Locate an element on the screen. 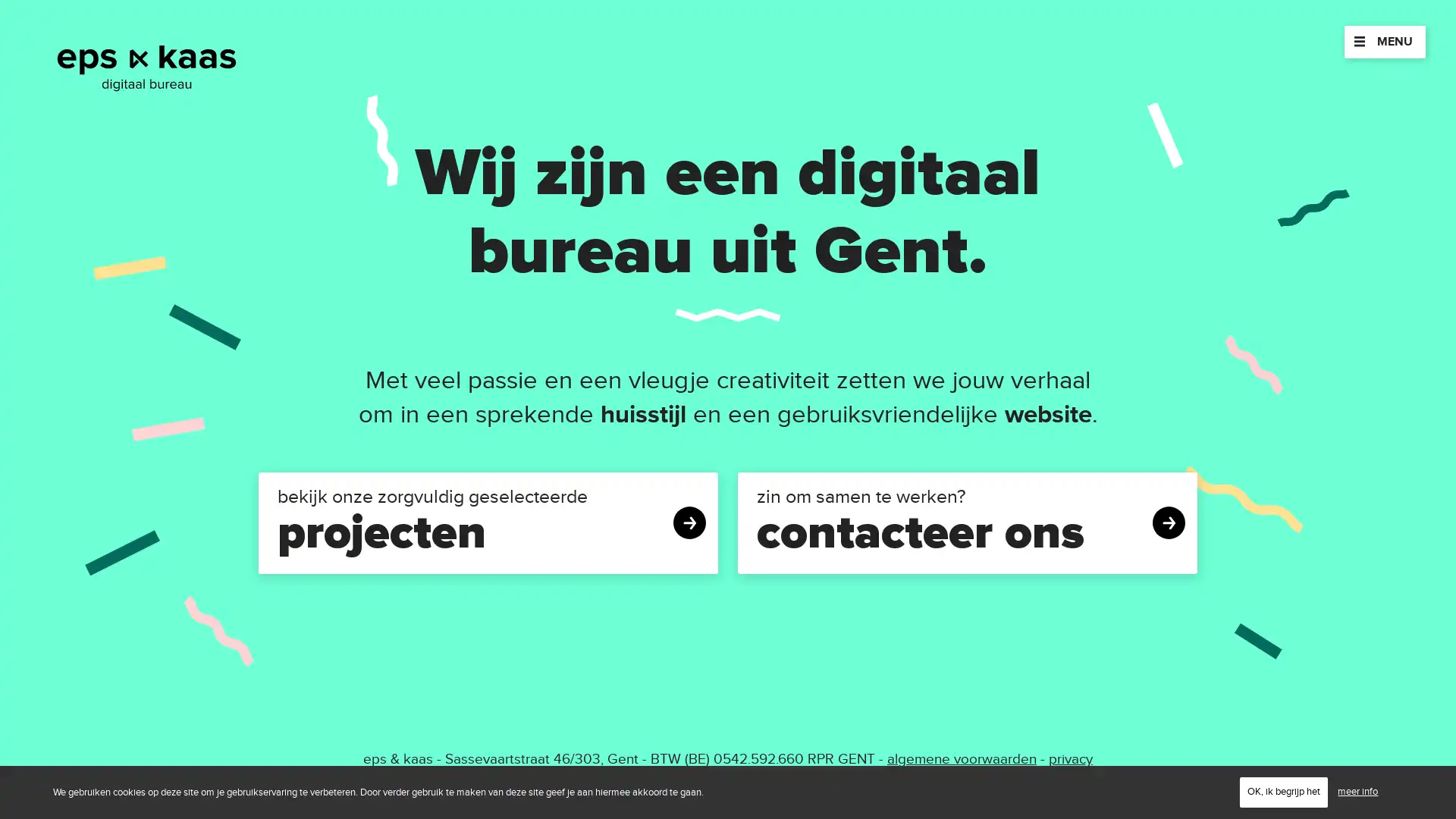  OK, ik begrijp het is located at coordinates (1283, 791).